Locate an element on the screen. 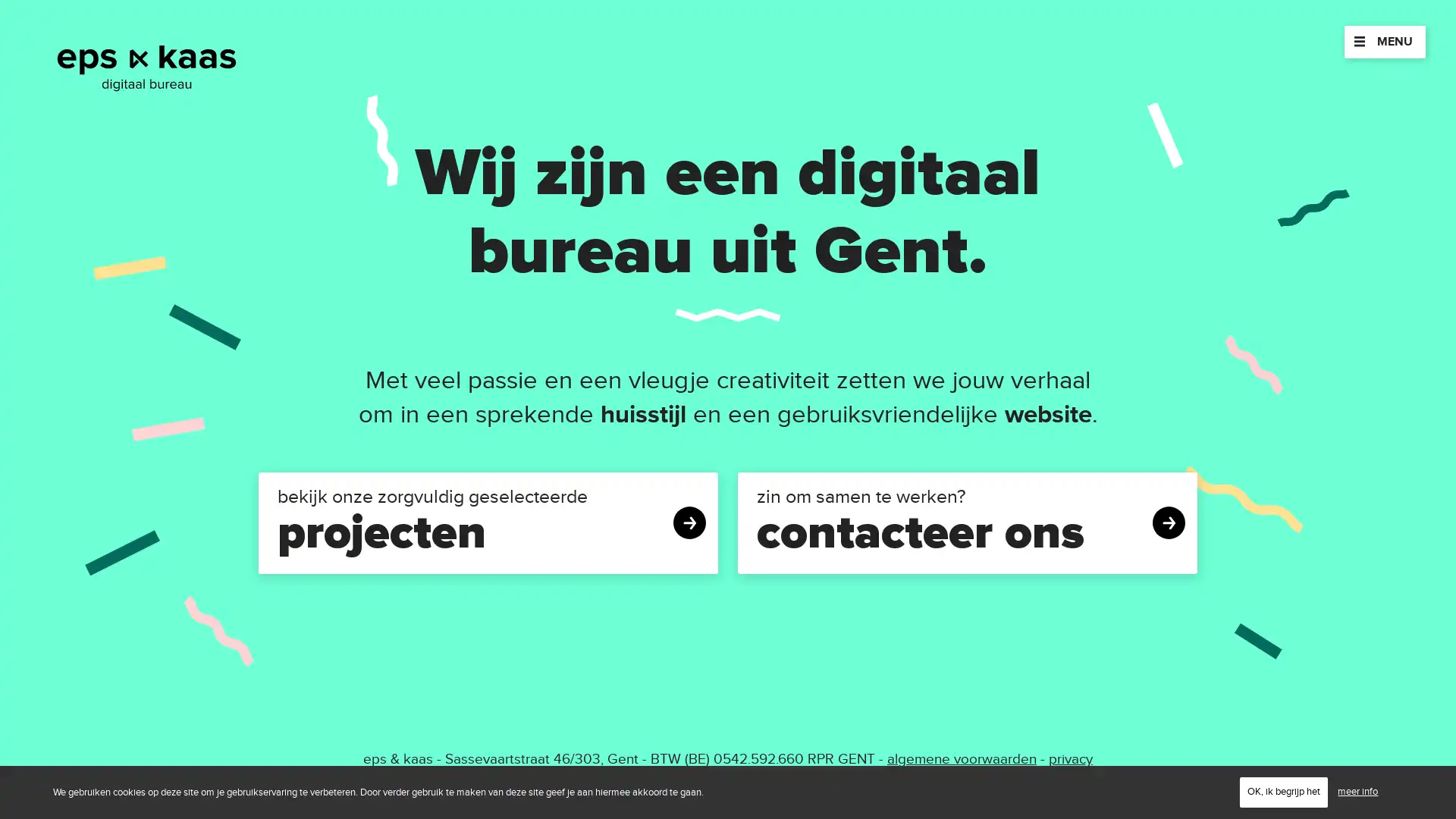  OK, ik begrijp het is located at coordinates (1283, 791).